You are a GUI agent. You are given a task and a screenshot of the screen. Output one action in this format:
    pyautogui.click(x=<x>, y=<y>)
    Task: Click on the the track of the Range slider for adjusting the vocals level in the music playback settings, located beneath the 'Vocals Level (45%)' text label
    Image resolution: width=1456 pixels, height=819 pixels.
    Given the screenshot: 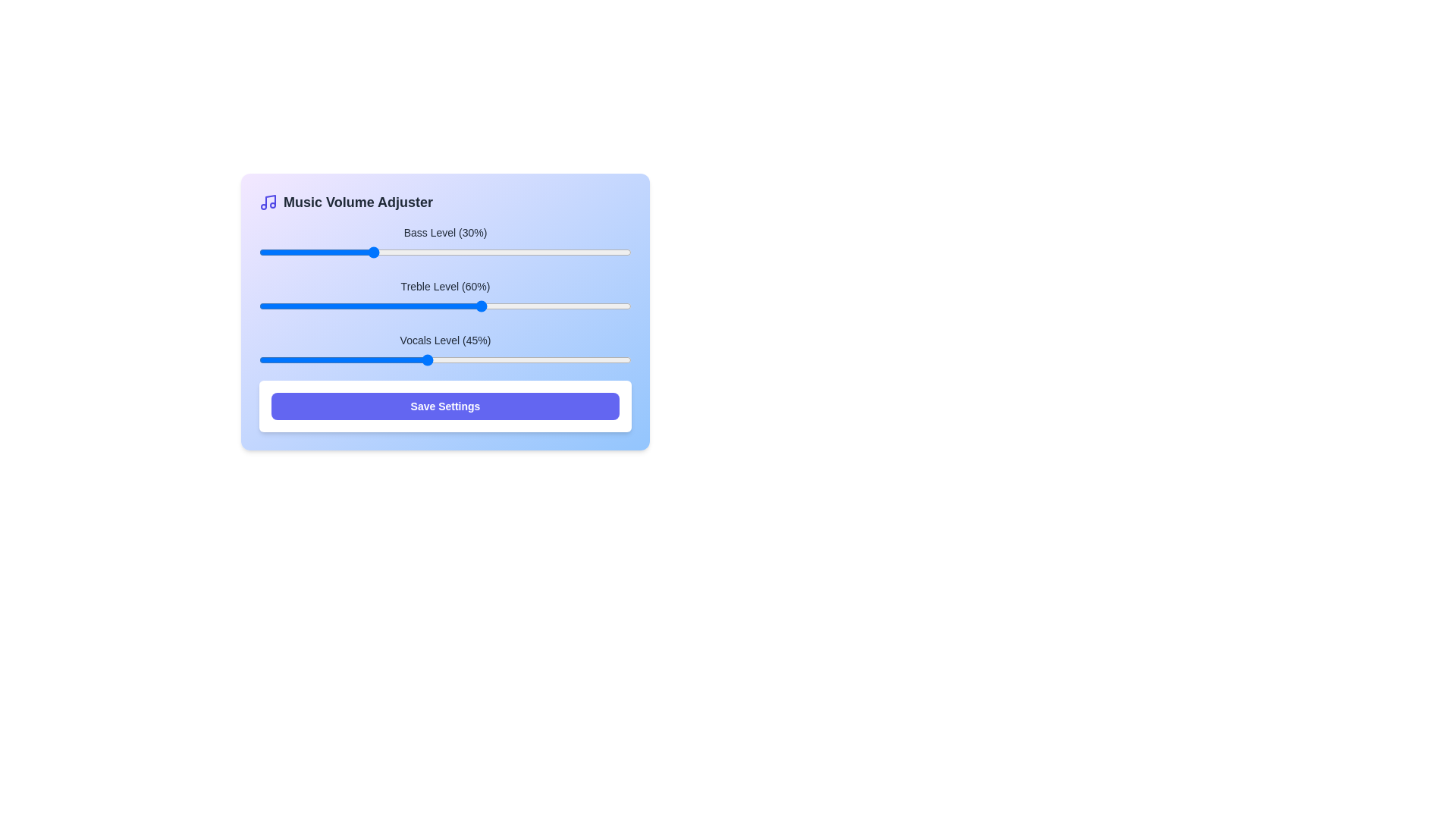 What is the action you would take?
    pyautogui.click(x=444, y=359)
    